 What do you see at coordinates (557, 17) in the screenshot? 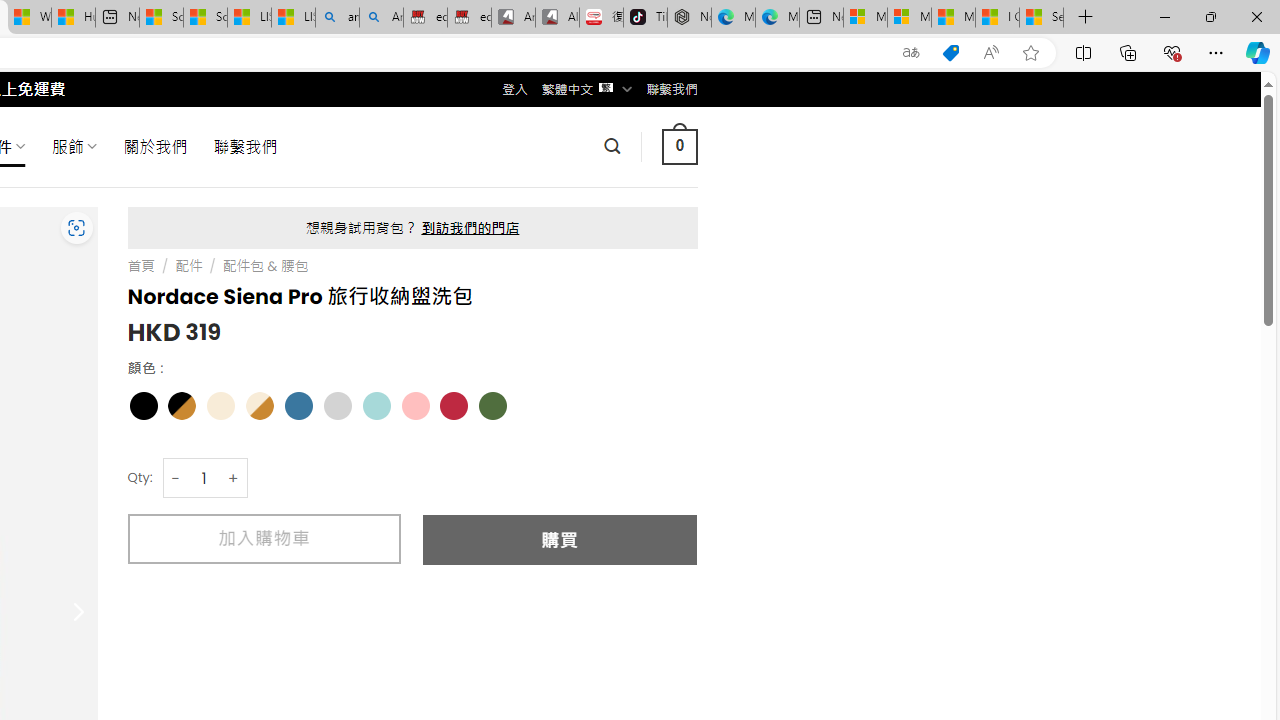
I see `'All Cubot phones'` at bounding box center [557, 17].